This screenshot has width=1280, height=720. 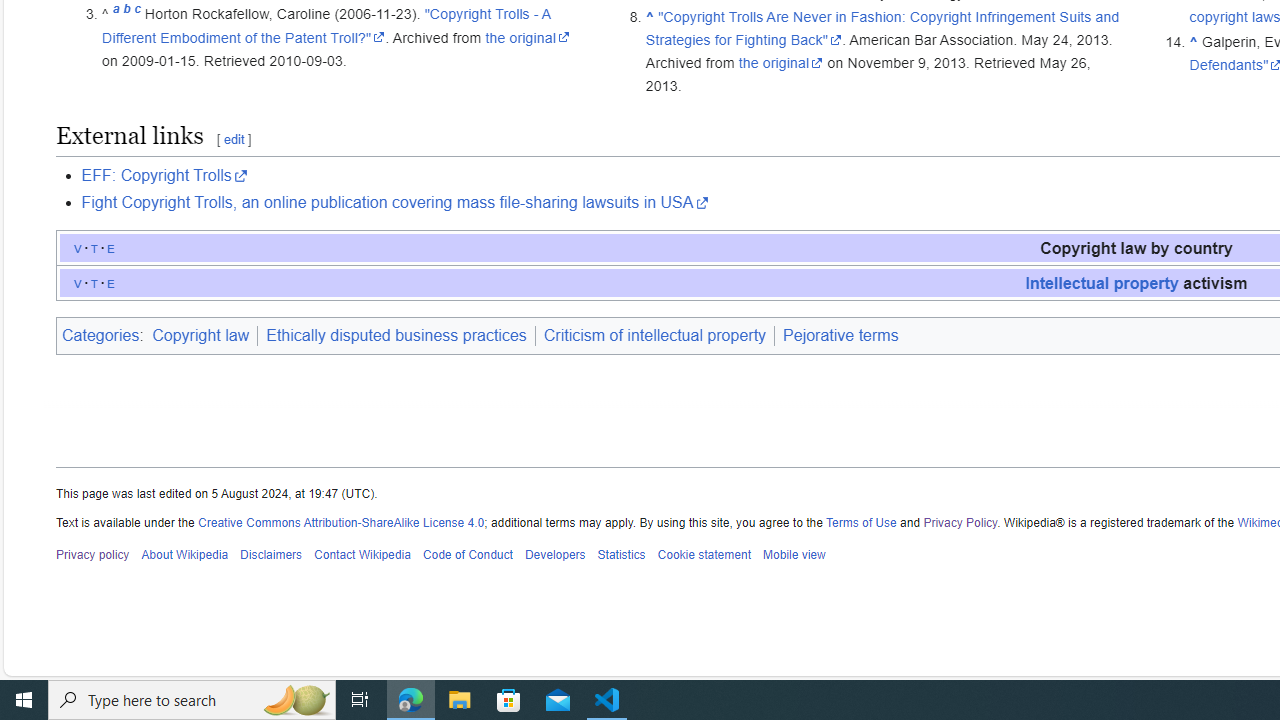 I want to click on 'Developers', so click(x=554, y=555).